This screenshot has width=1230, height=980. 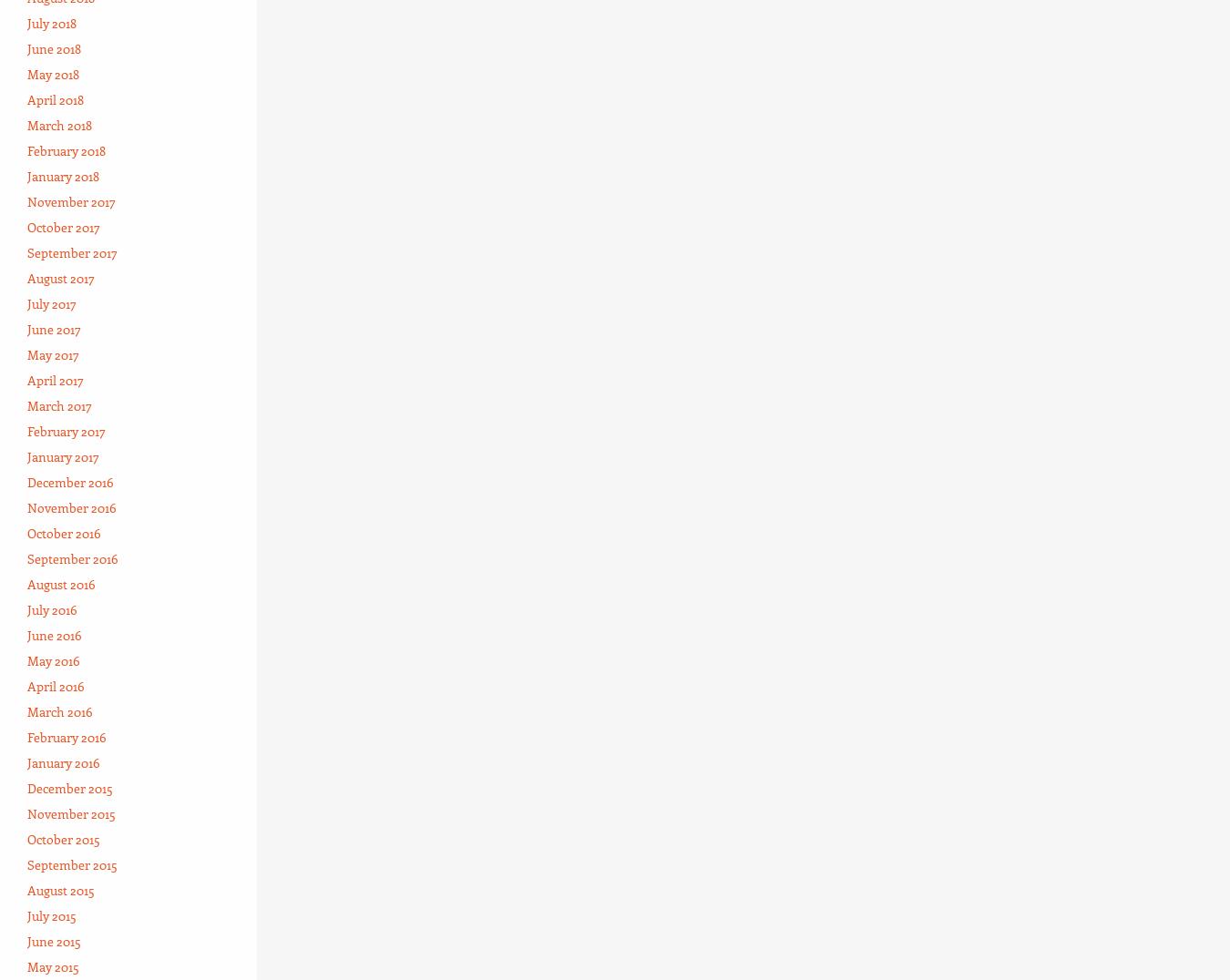 What do you see at coordinates (68, 787) in the screenshot?
I see `'December 2015'` at bounding box center [68, 787].